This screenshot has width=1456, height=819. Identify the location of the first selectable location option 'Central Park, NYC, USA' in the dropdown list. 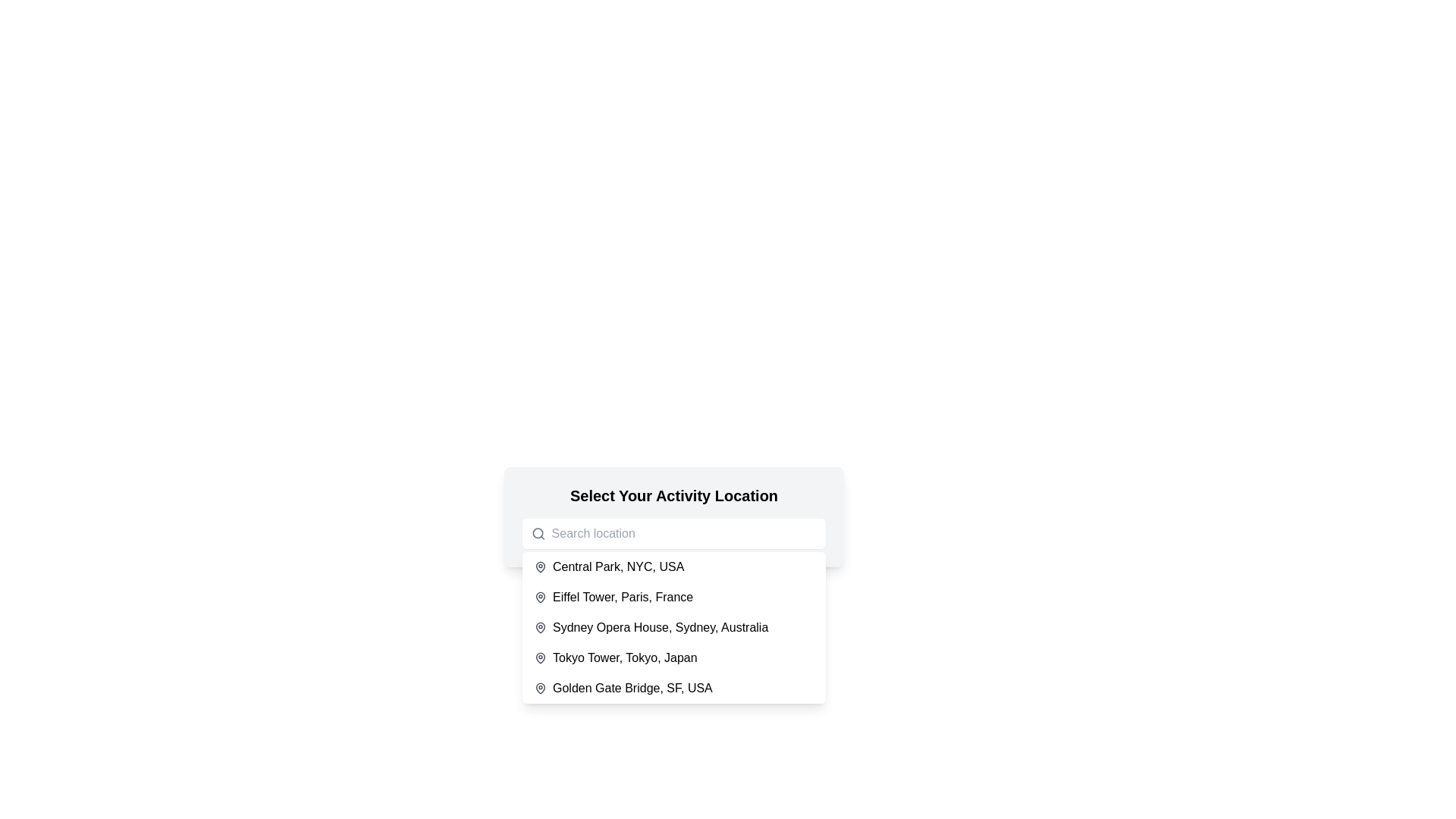
(673, 567).